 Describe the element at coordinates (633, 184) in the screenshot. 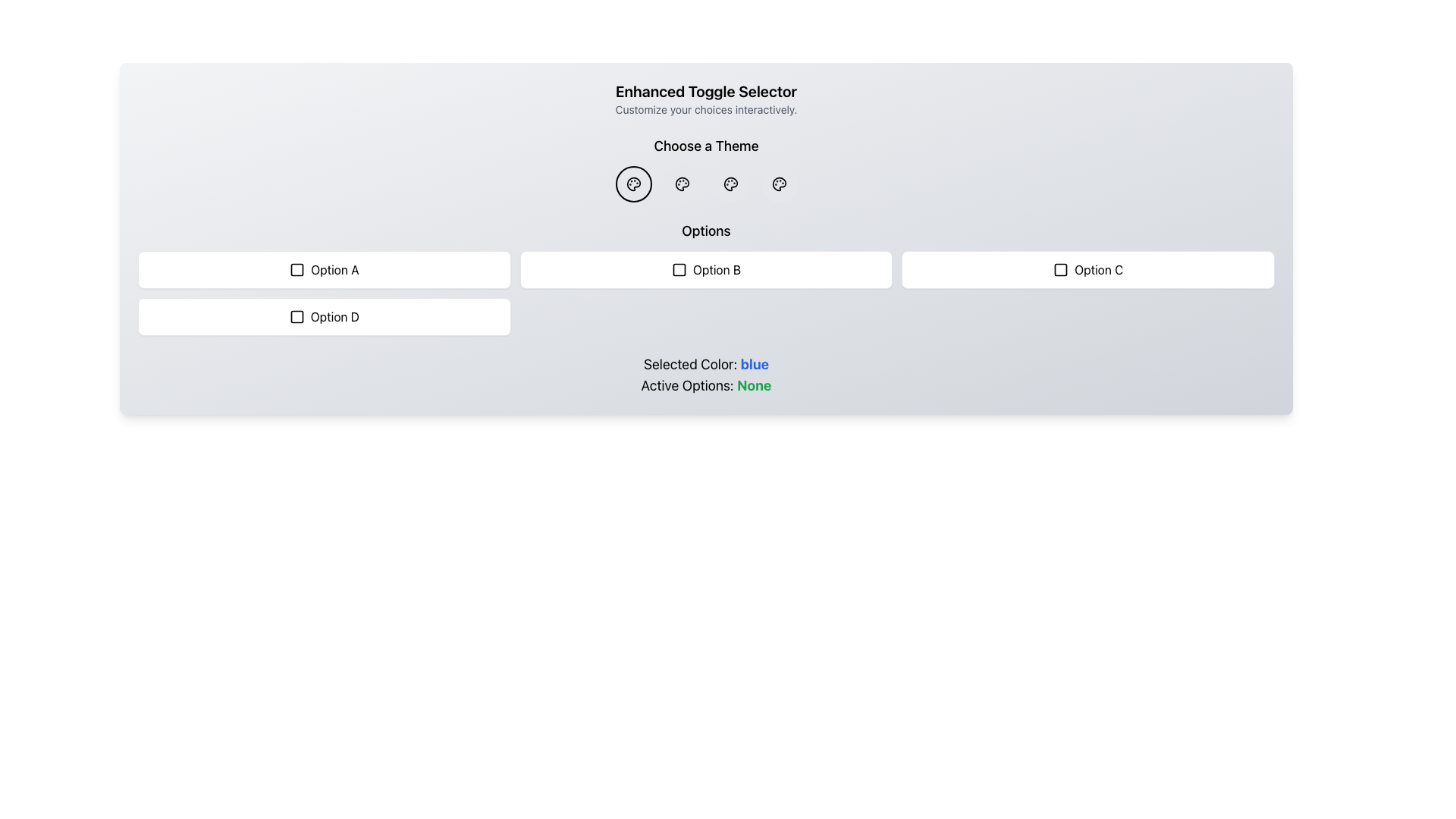

I see `the first circular icon resembling a palette under the 'Choose a Theme' heading` at that location.